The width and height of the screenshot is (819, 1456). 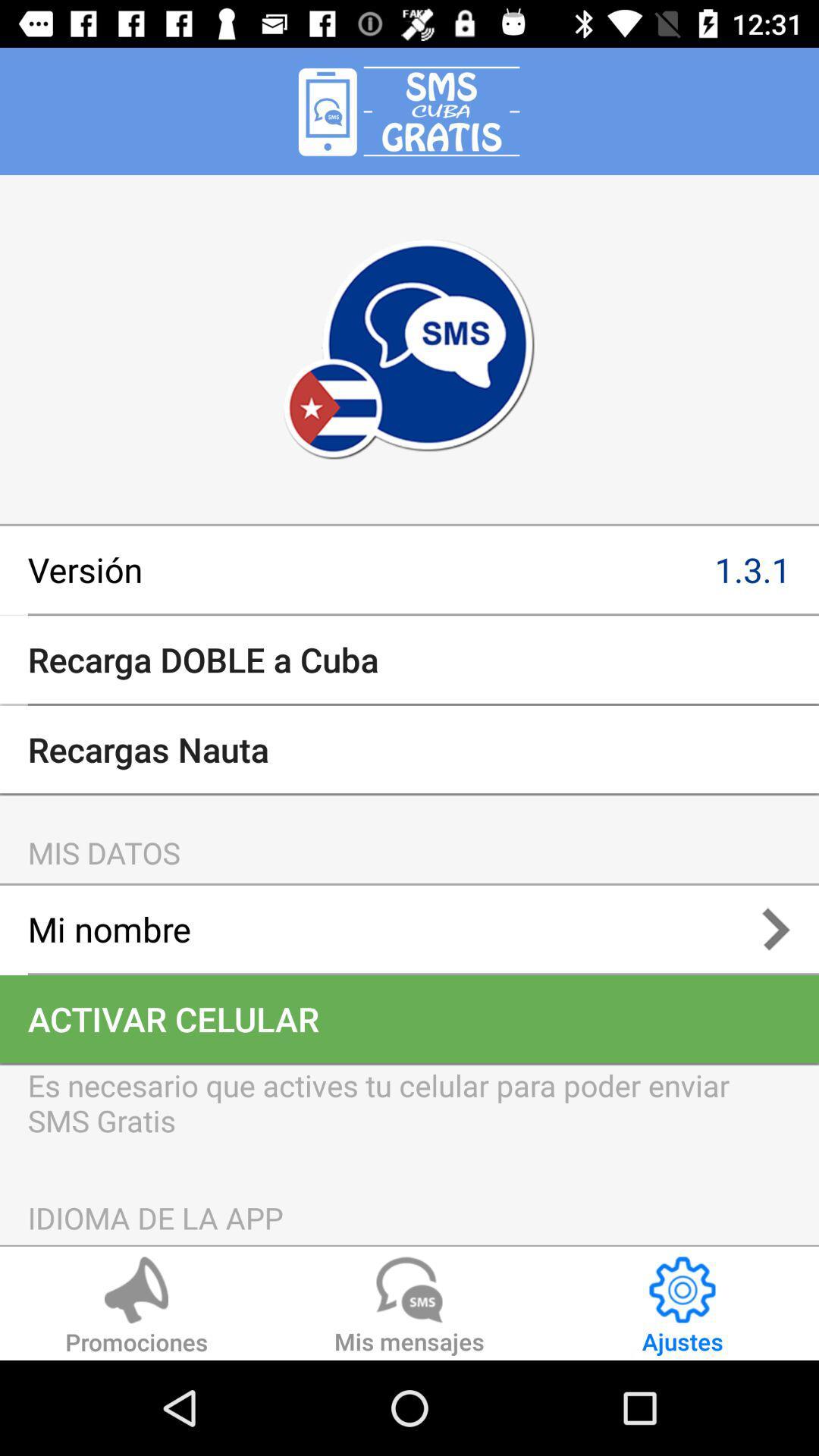 What do you see at coordinates (409, 1307) in the screenshot?
I see `mis mensajes item` at bounding box center [409, 1307].